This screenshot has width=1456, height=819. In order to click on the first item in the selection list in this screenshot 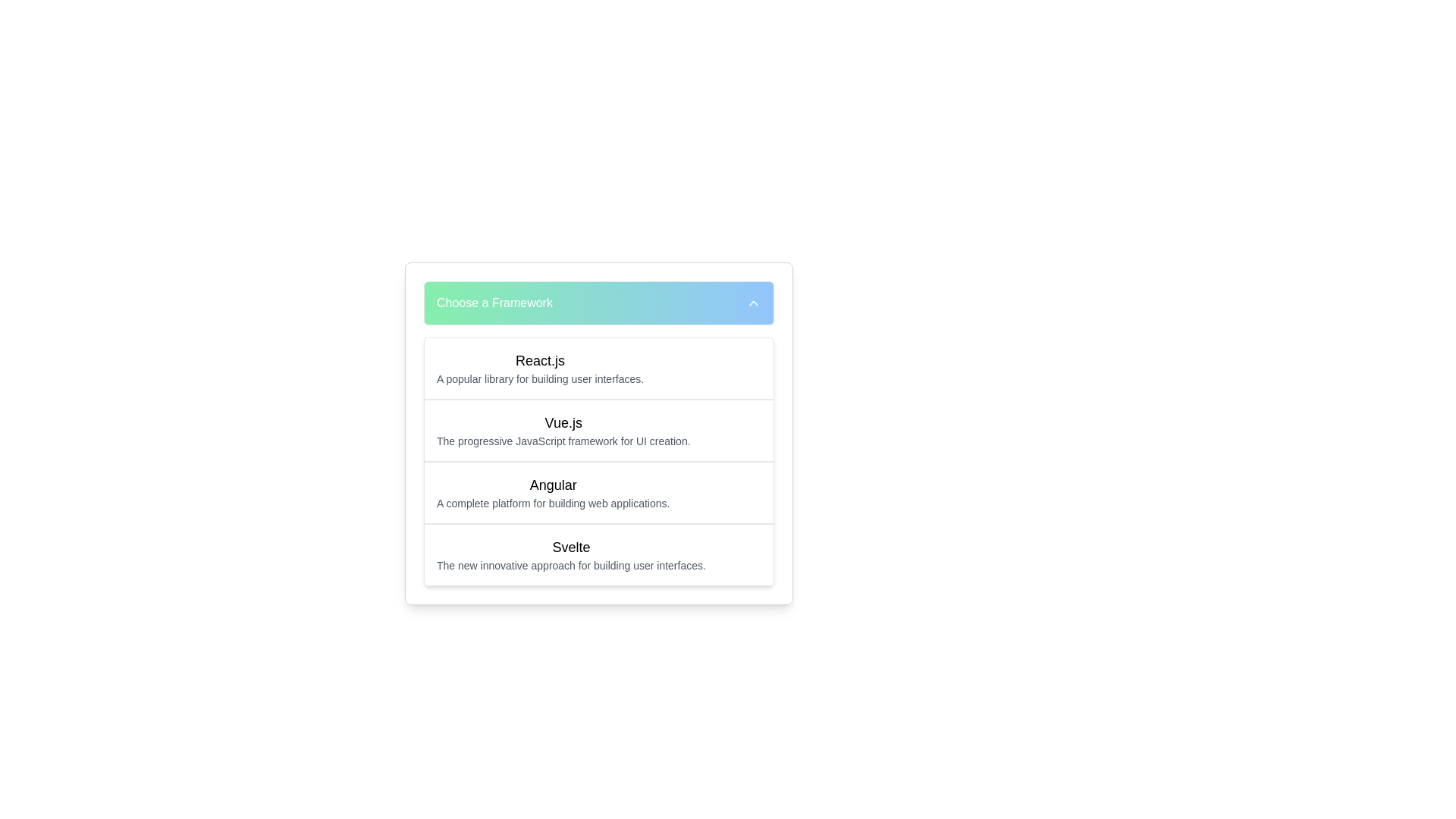, I will do `click(598, 369)`.